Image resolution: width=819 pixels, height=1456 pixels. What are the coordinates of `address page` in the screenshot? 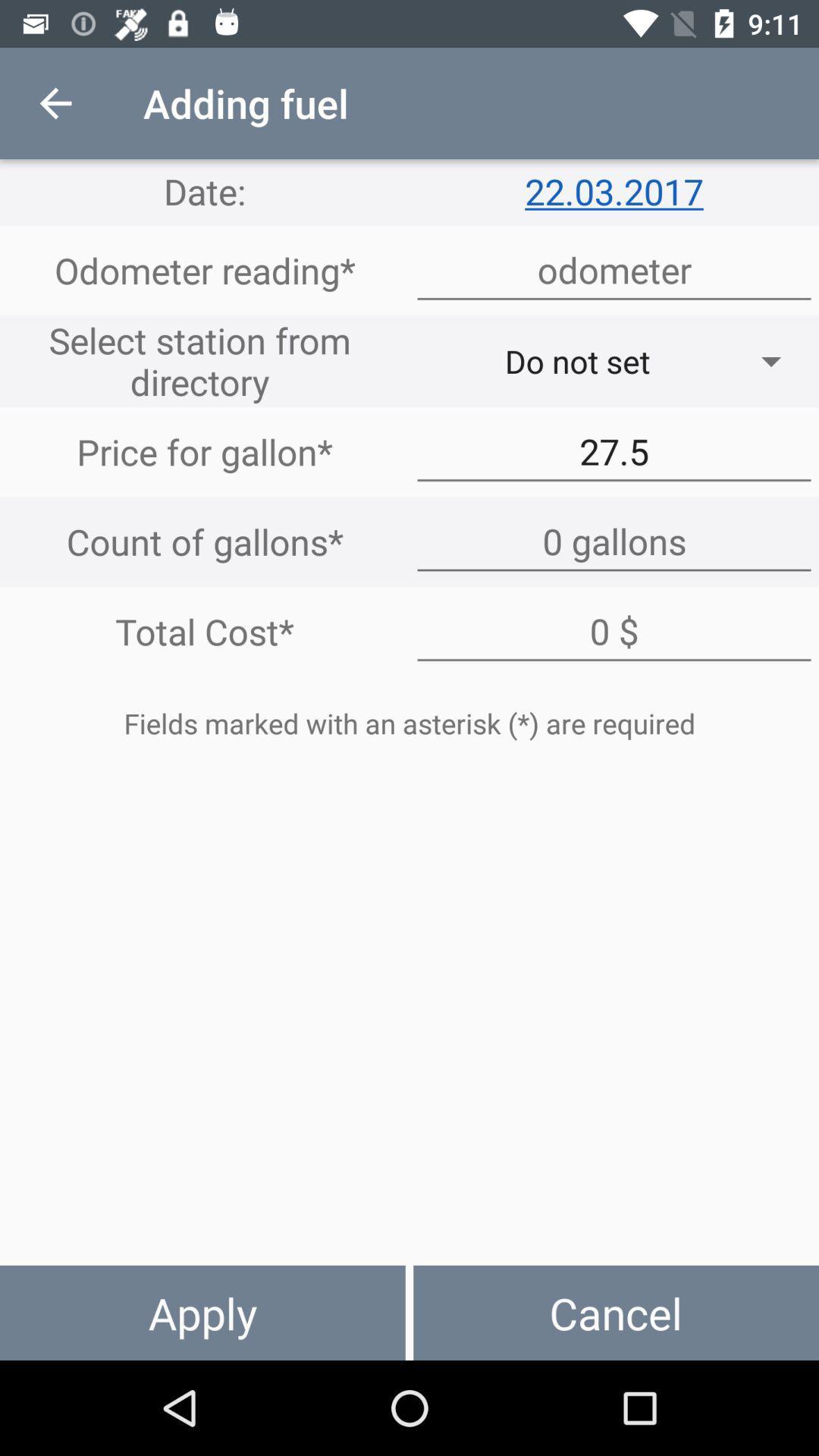 It's located at (614, 270).